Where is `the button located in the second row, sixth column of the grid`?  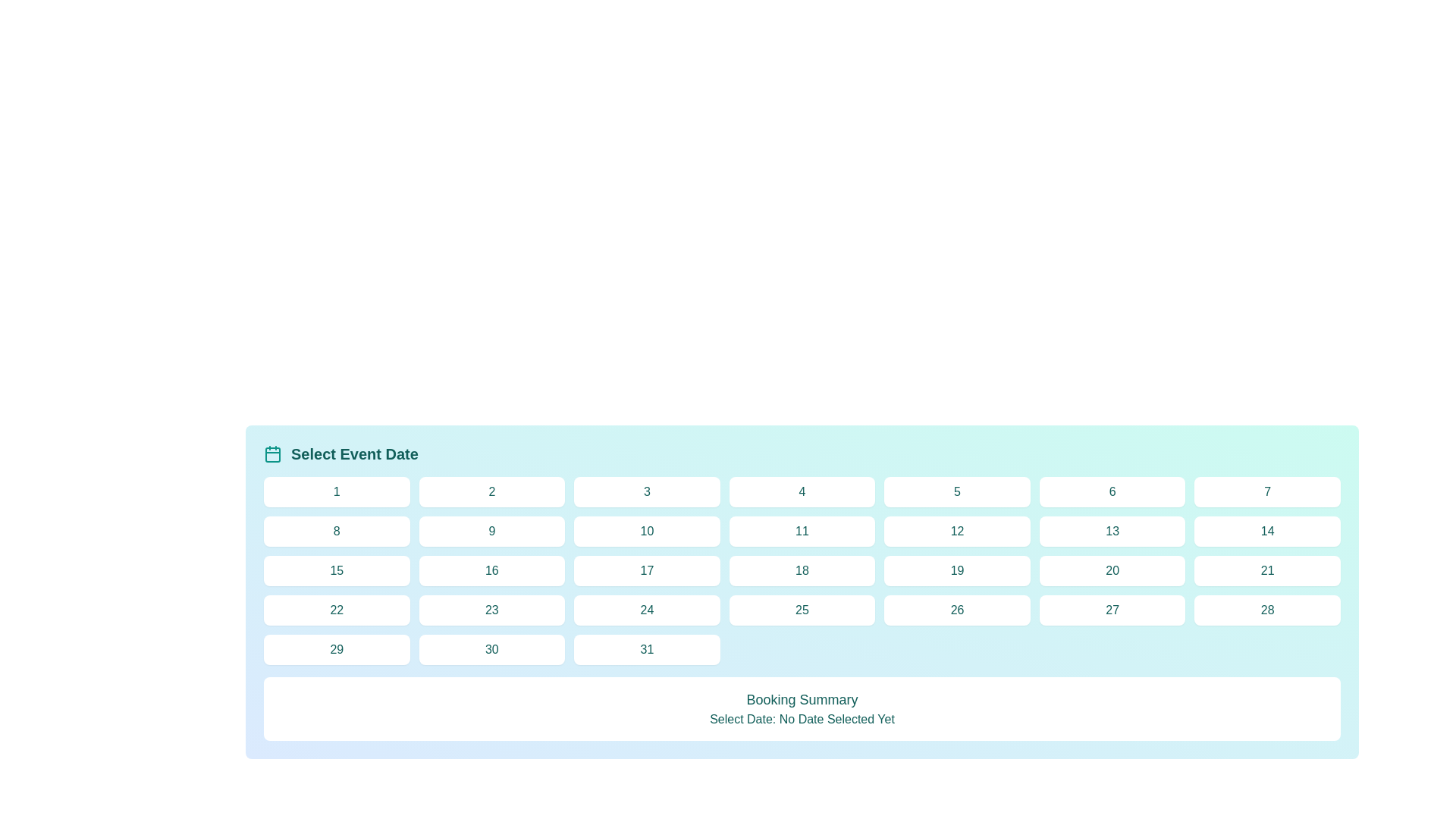 the button located in the second row, sixth column of the grid is located at coordinates (956, 531).